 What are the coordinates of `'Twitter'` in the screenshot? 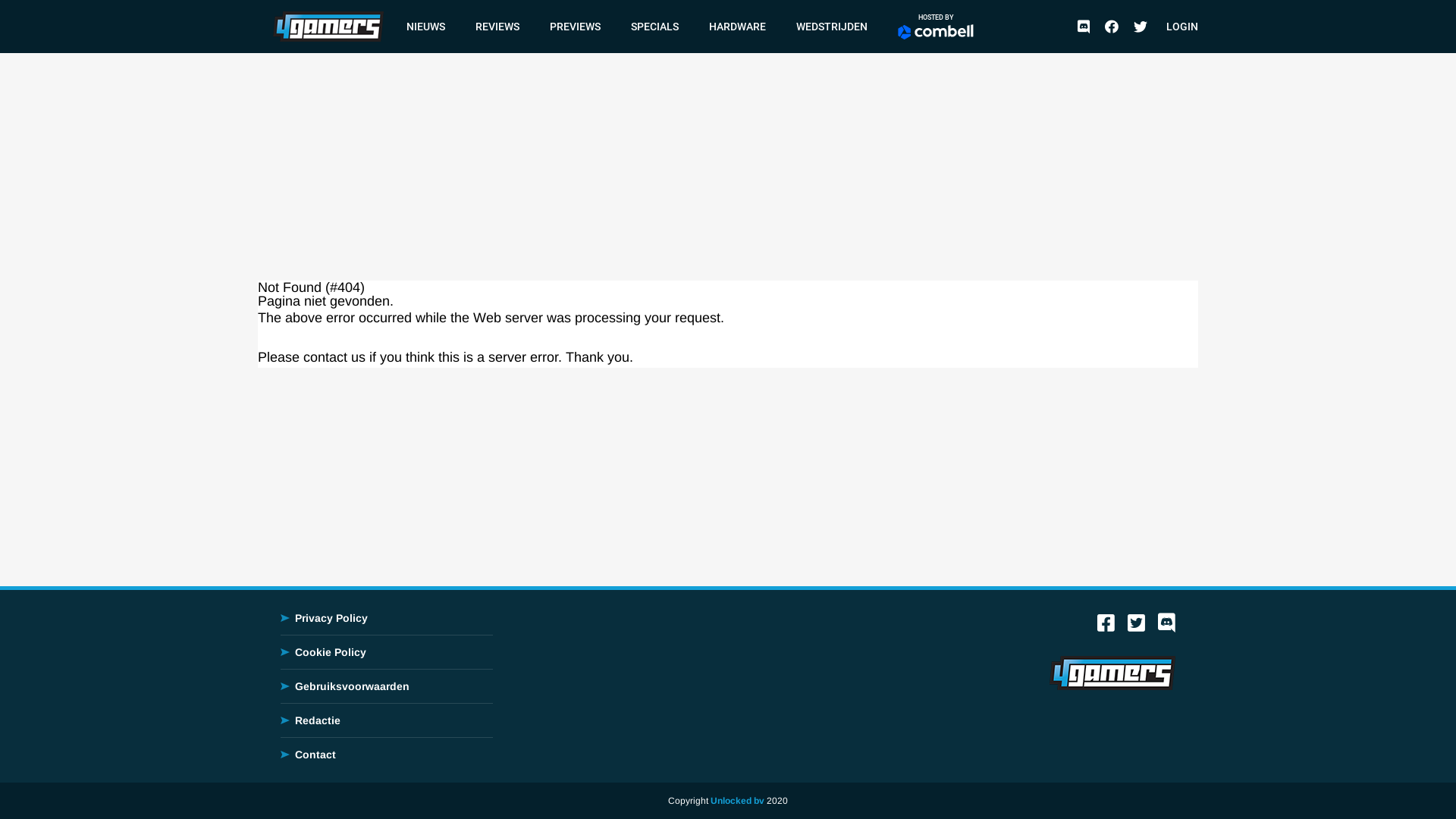 It's located at (1136, 626).